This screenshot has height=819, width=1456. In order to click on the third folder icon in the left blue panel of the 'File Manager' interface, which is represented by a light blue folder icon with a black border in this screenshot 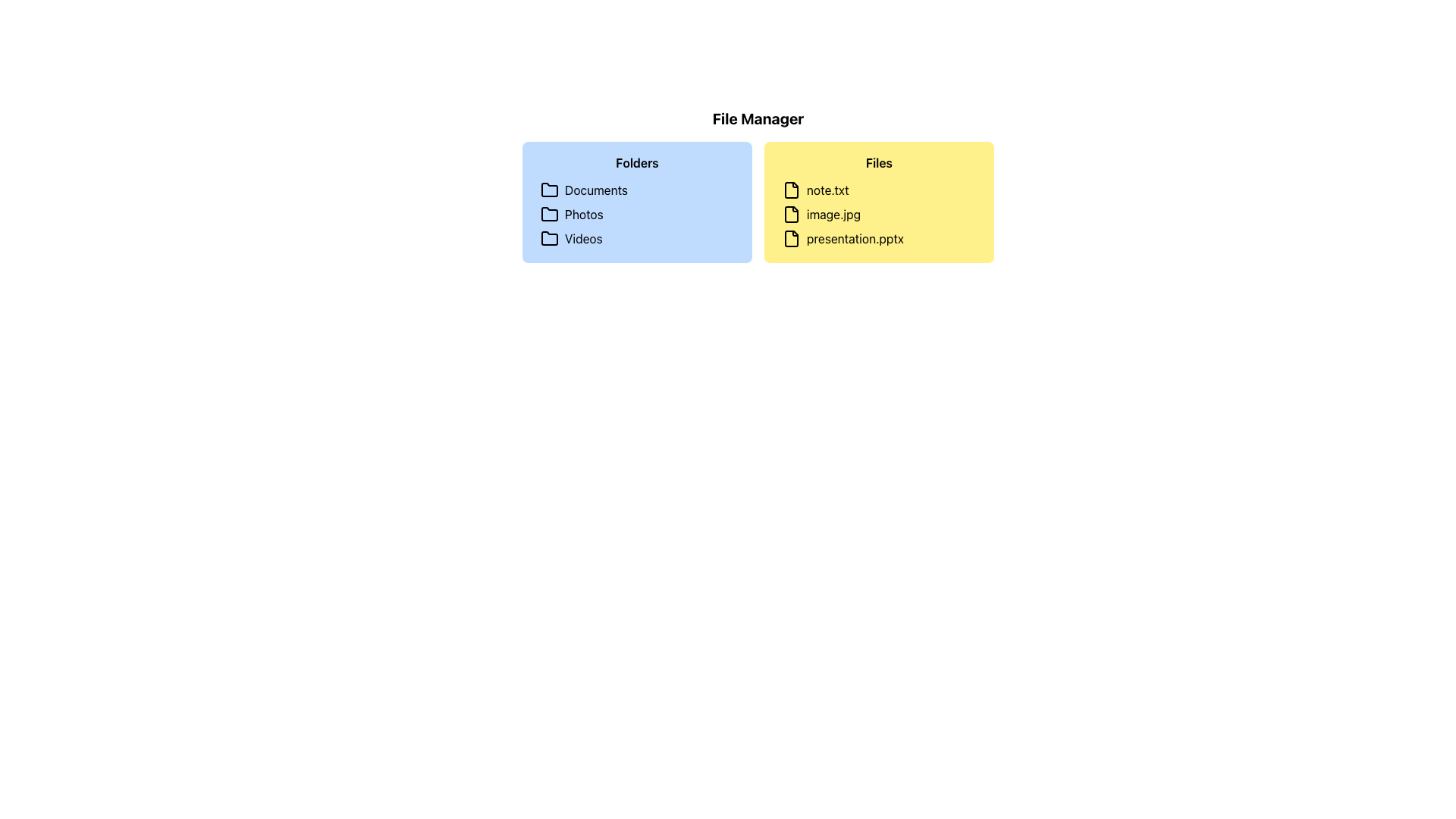, I will do `click(548, 237)`.